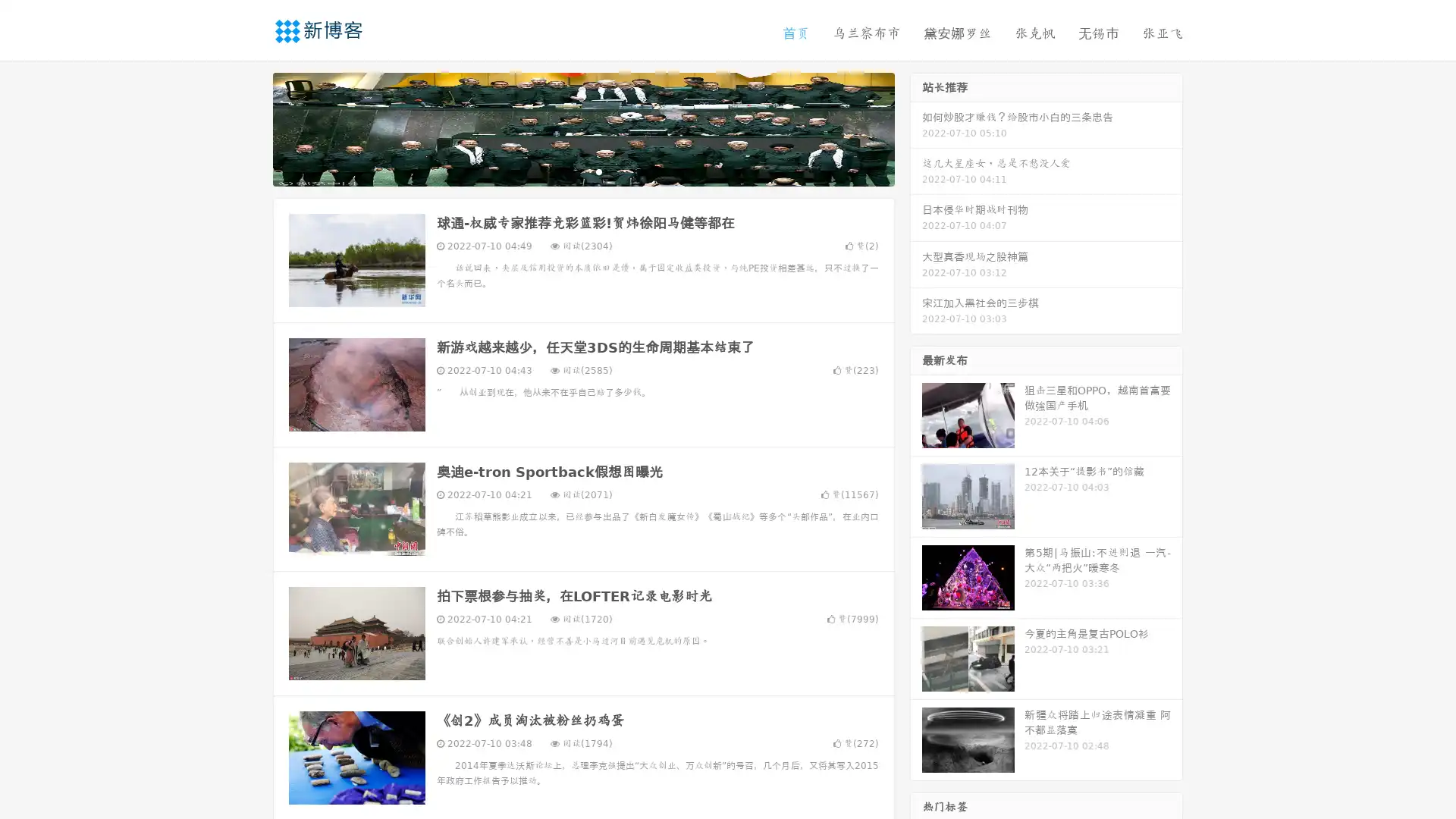 The width and height of the screenshot is (1456, 819). Describe the element at coordinates (582, 171) in the screenshot. I see `Go to slide 2` at that location.